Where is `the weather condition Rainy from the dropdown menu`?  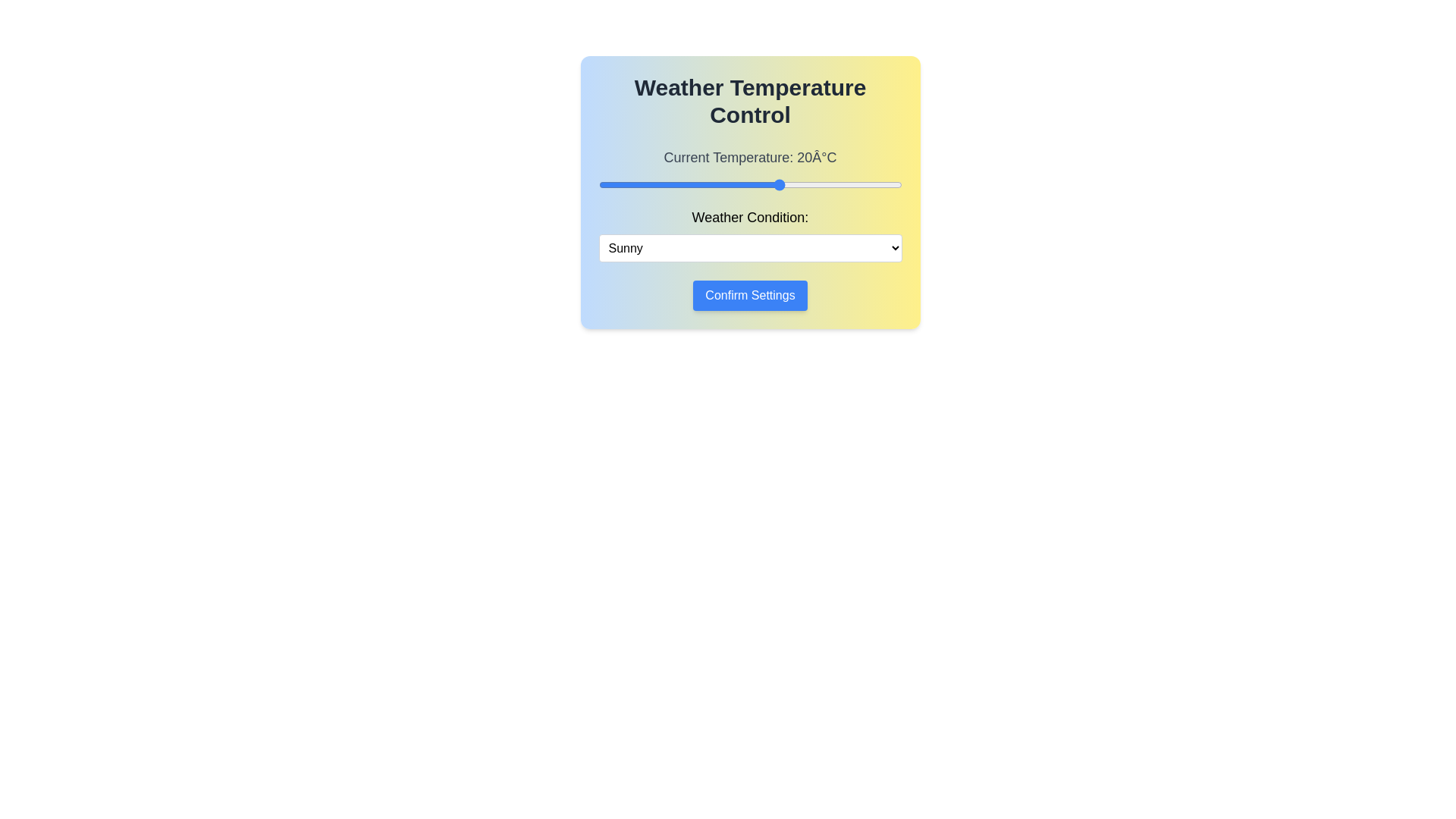 the weather condition Rainy from the dropdown menu is located at coordinates (750, 247).